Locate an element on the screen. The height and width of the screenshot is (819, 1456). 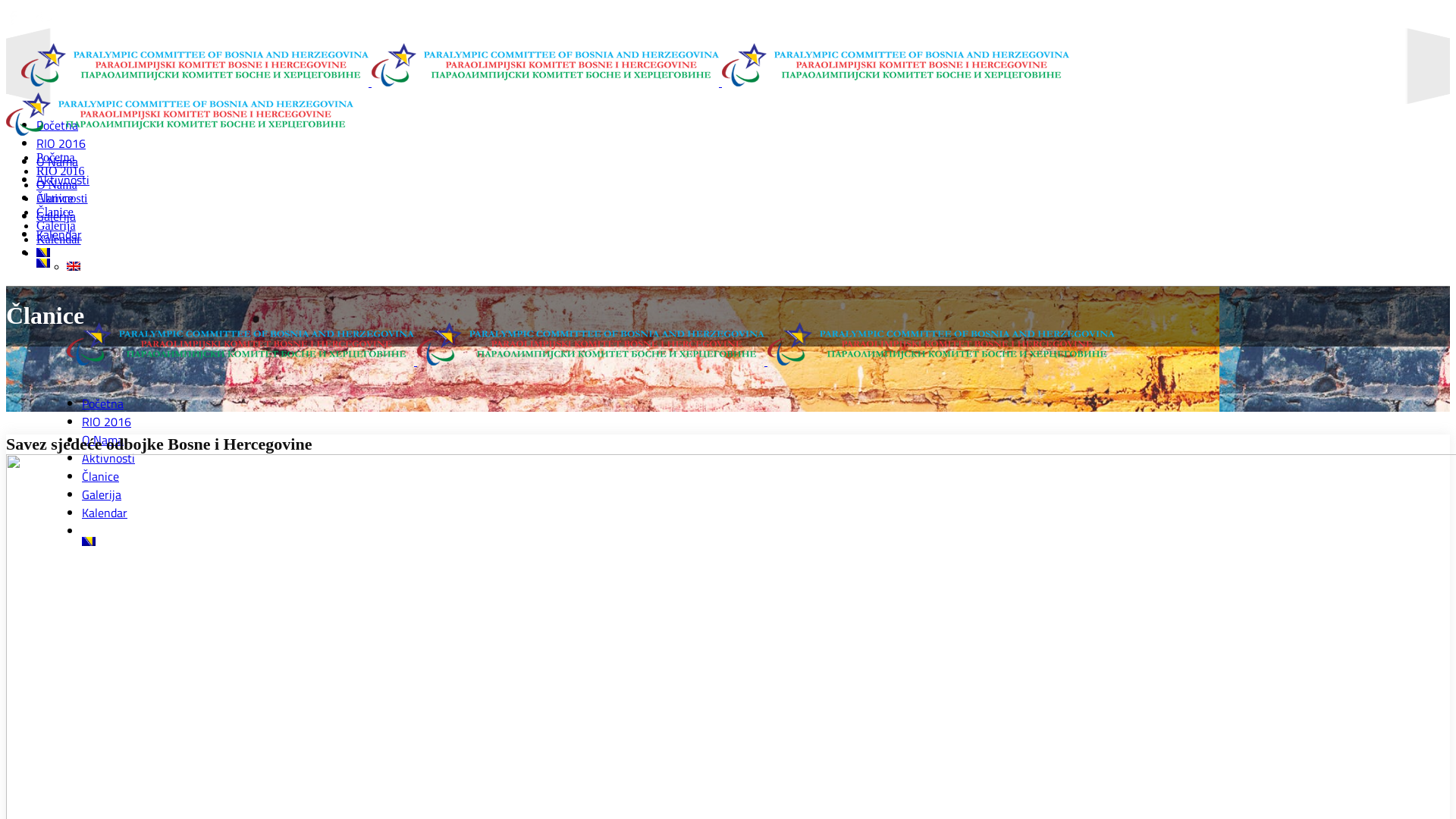
'O Nama' is located at coordinates (102, 439).